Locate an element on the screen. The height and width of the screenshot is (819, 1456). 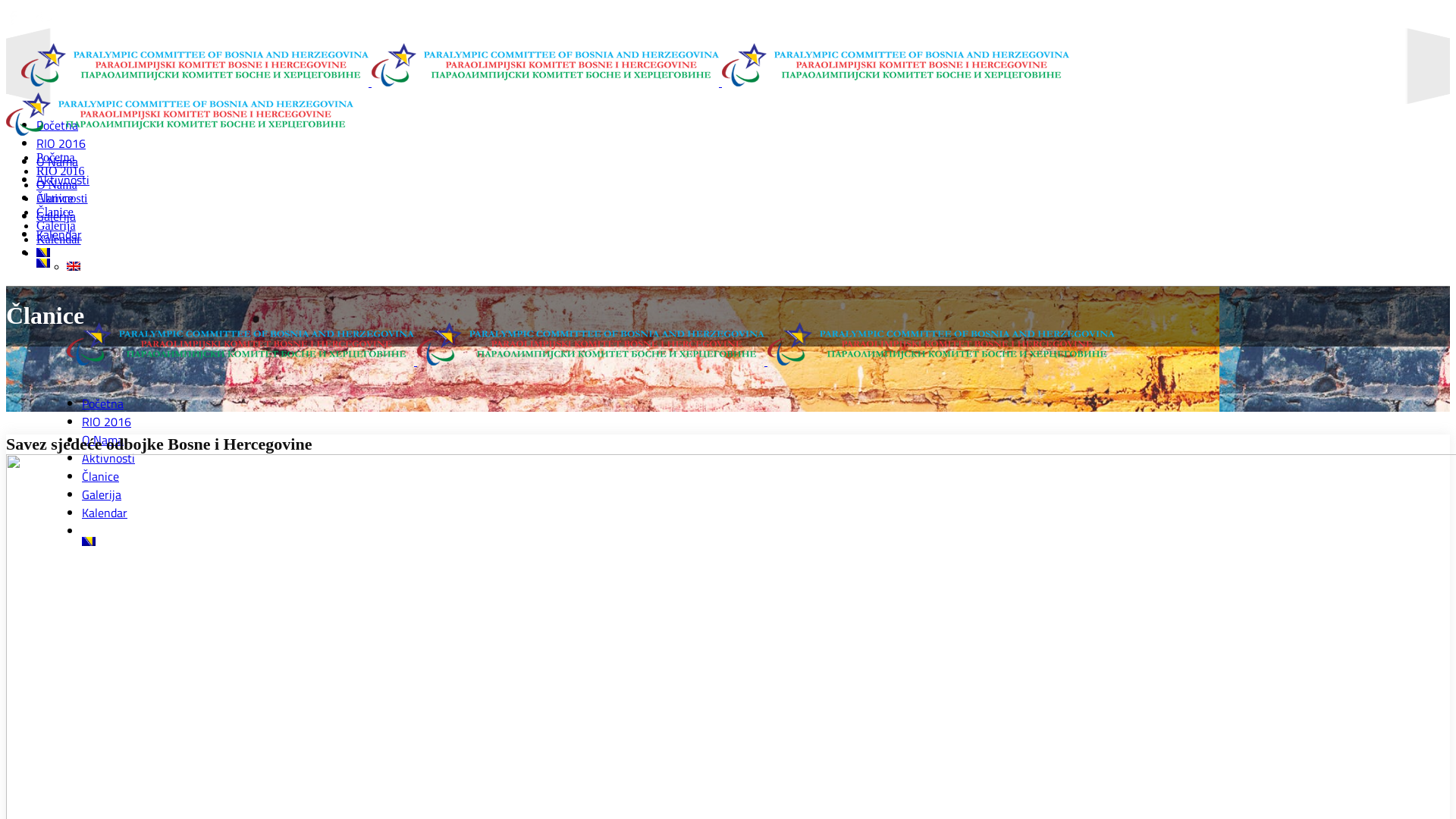
'O Nama' is located at coordinates (102, 439).